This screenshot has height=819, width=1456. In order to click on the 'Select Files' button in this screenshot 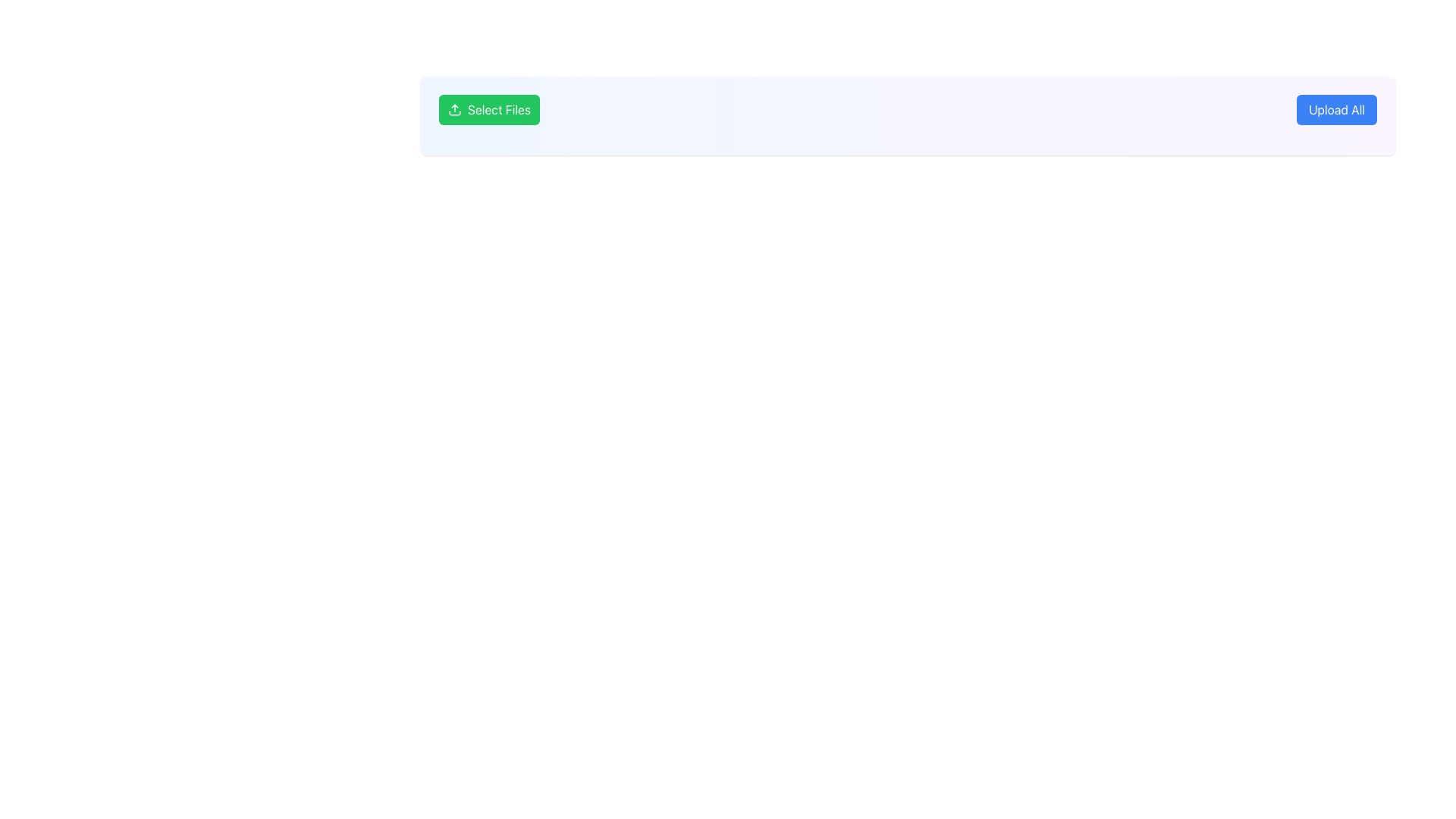, I will do `click(489, 109)`.